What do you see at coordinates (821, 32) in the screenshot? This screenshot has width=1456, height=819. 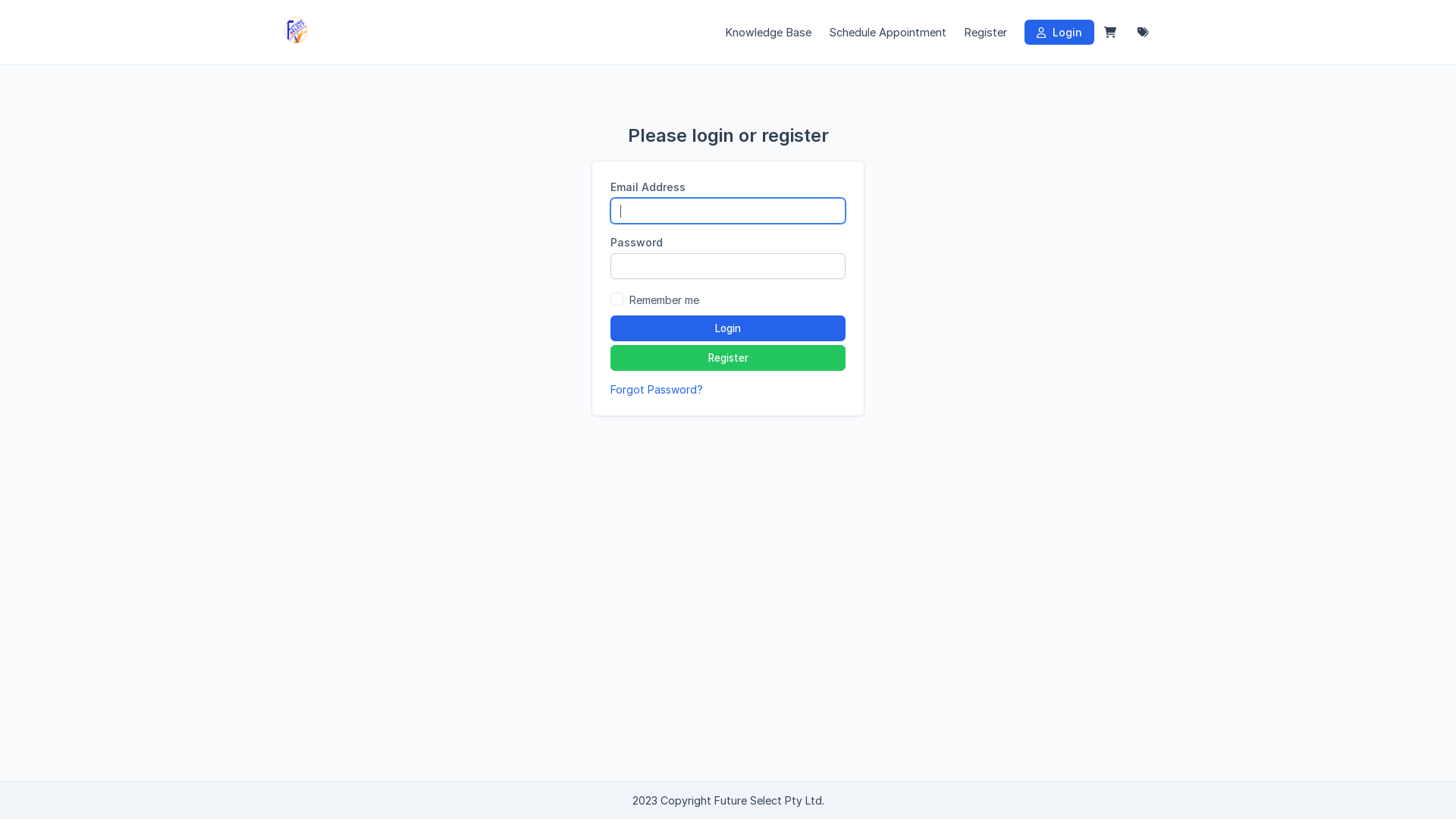 I see `'Schedule Appointment'` at bounding box center [821, 32].